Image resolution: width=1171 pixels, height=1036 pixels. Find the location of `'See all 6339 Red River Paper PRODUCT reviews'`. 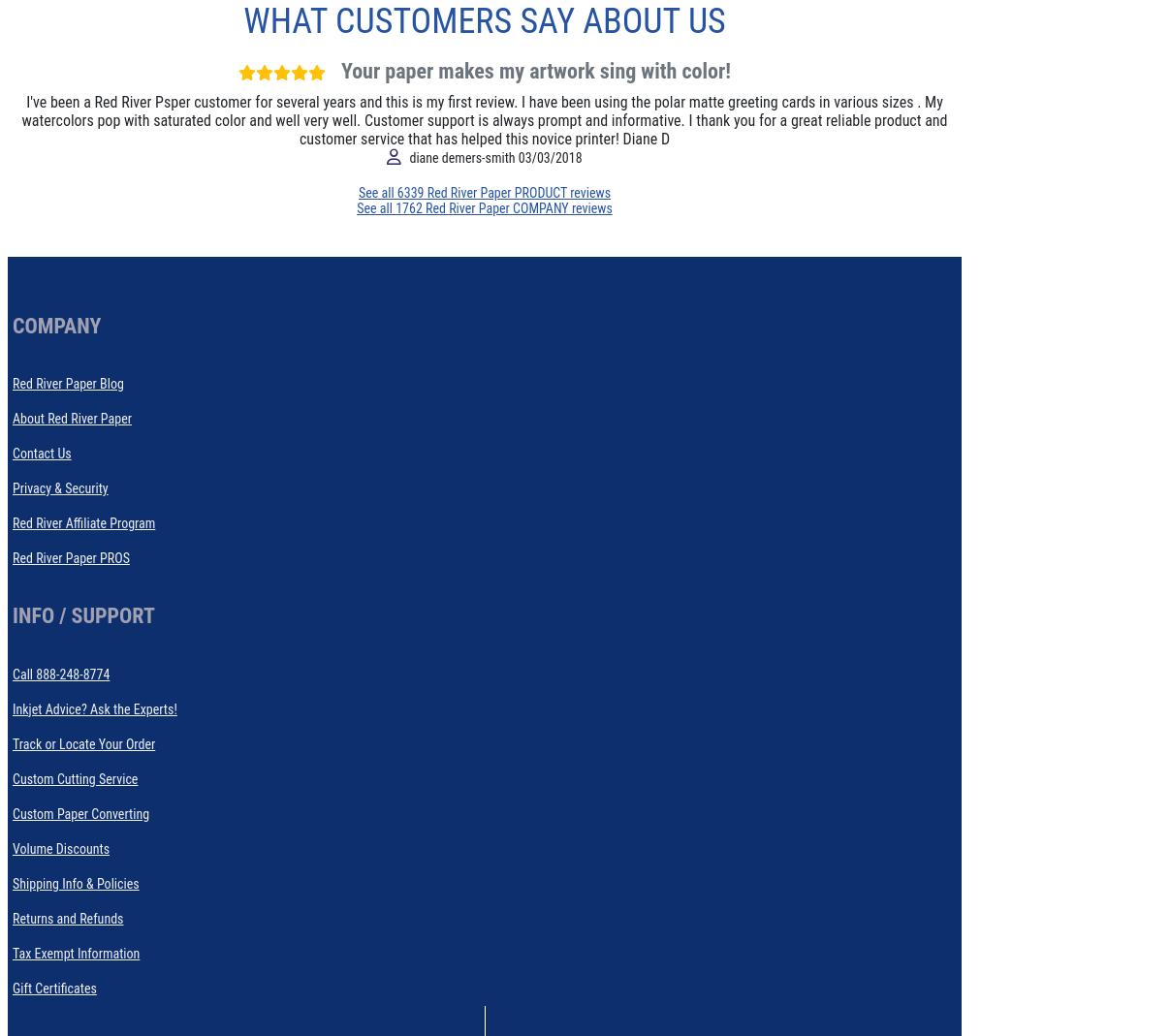

'See all 6339 Red River Paper PRODUCT reviews' is located at coordinates (484, 191).